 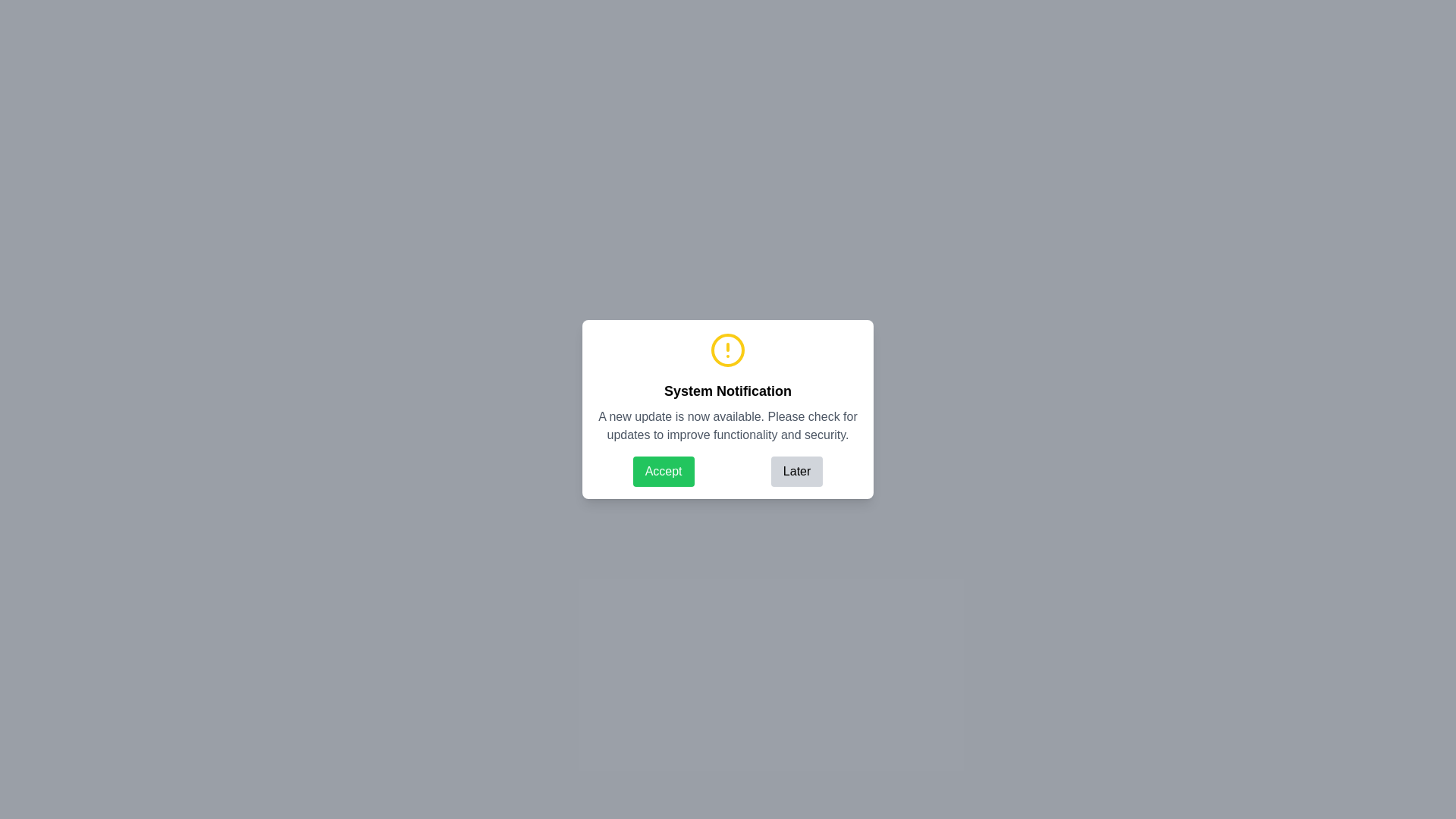 I want to click on the alert icon located at the top-center of the notification dialog box, which is positioned directly above the 'System Notification' text, so click(x=728, y=350).